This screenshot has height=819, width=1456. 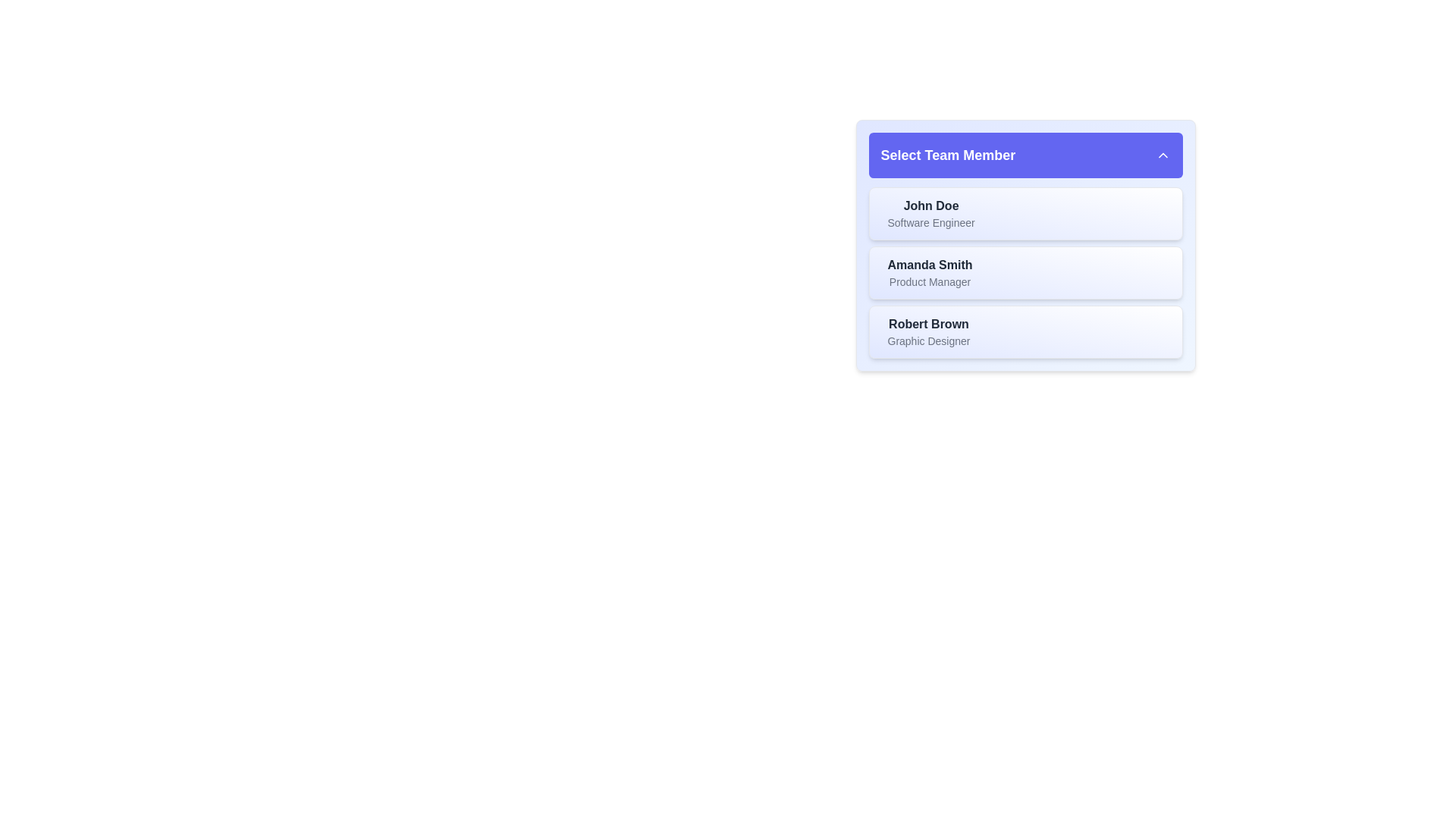 I want to click on the text display element that shows the name 'Amanda Smith' and the job title 'Product Manager', so click(x=929, y=271).